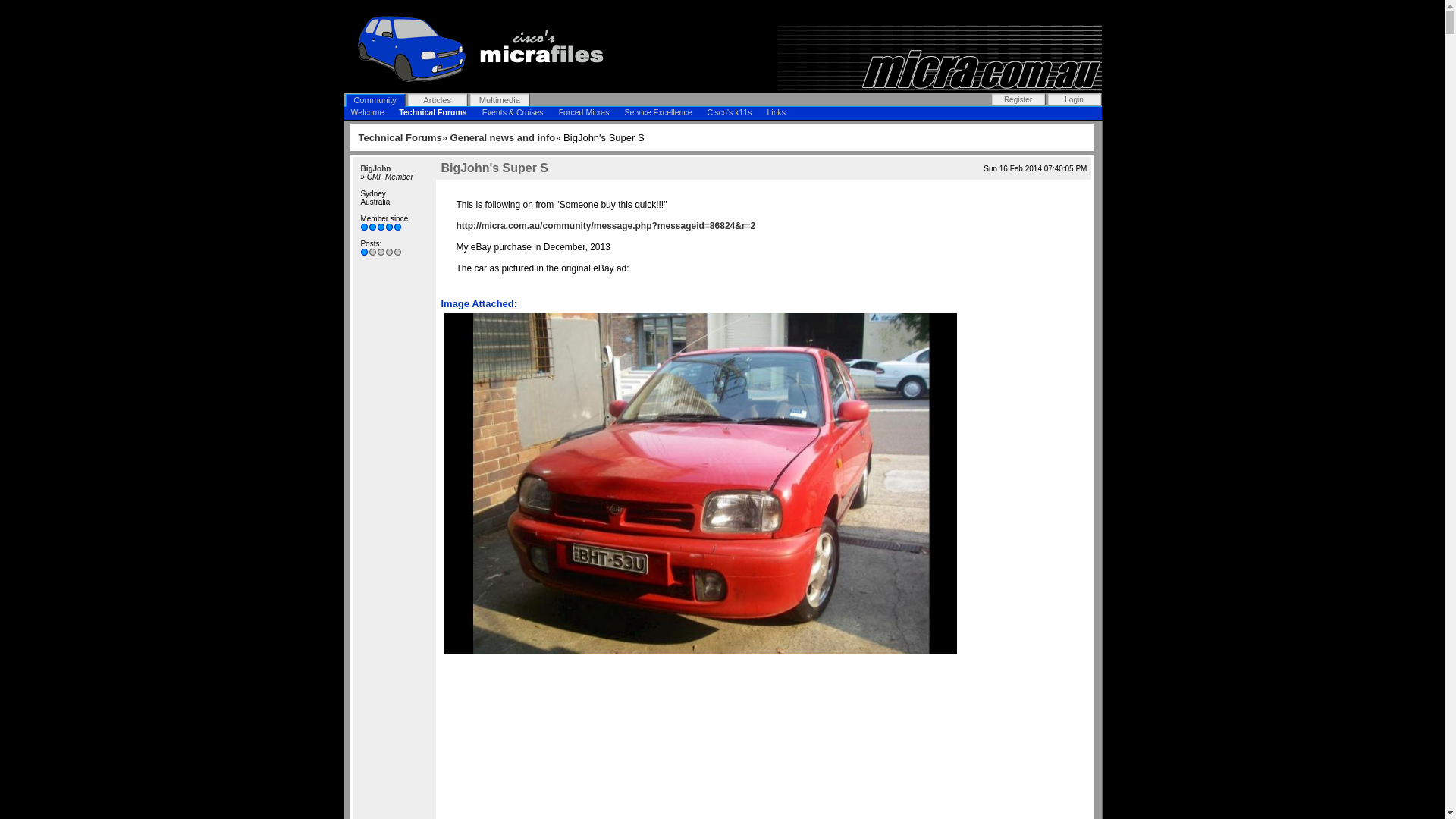 Image resolution: width=1456 pixels, height=819 pixels. What do you see at coordinates (431, 112) in the screenshot?
I see `'Technical Forums'` at bounding box center [431, 112].